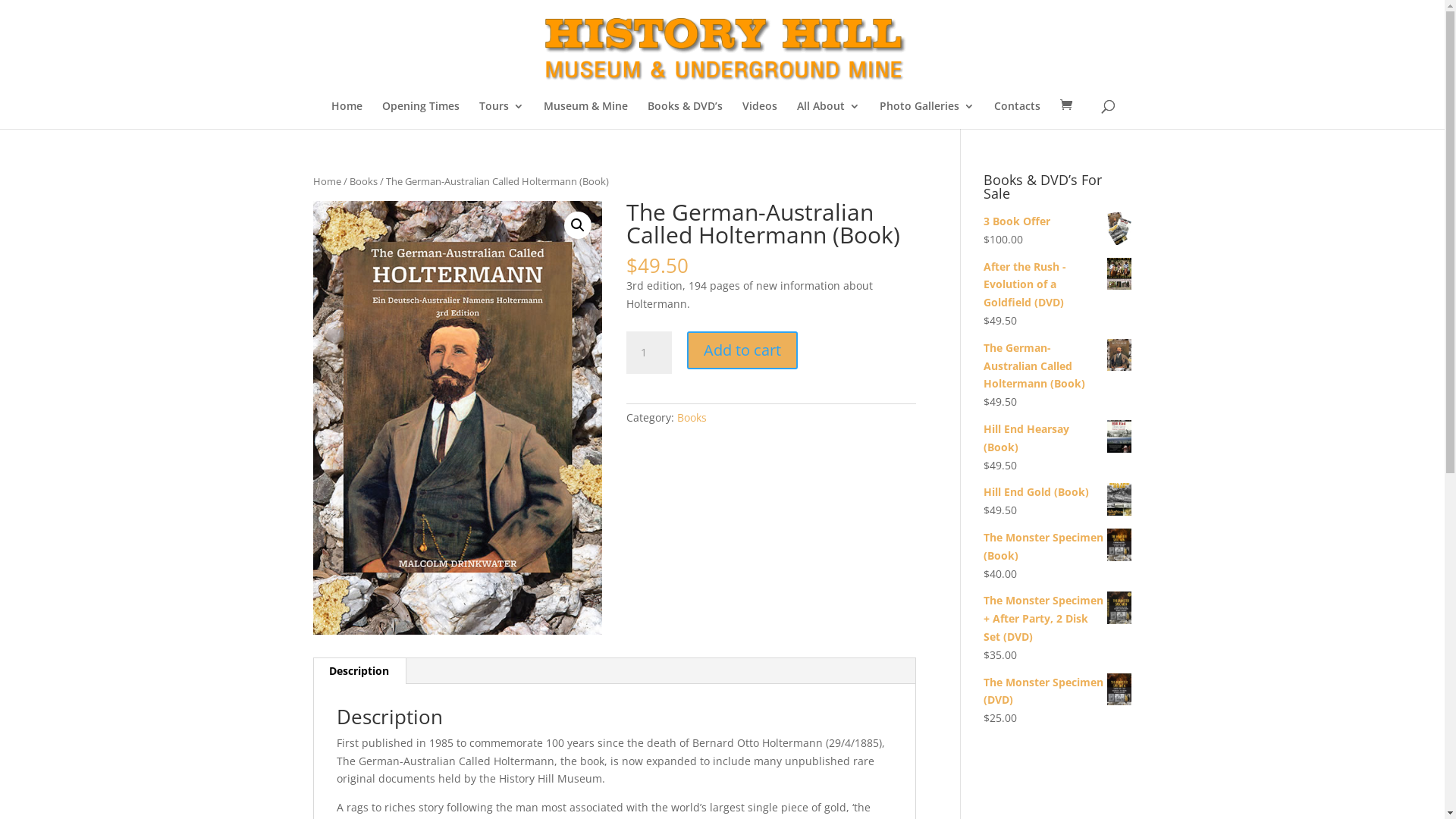 This screenshot has height=819, width=1456. Describe the element at coordinates (585, 114) in the screenshot. I see `'Museum & Mine'` at that location.